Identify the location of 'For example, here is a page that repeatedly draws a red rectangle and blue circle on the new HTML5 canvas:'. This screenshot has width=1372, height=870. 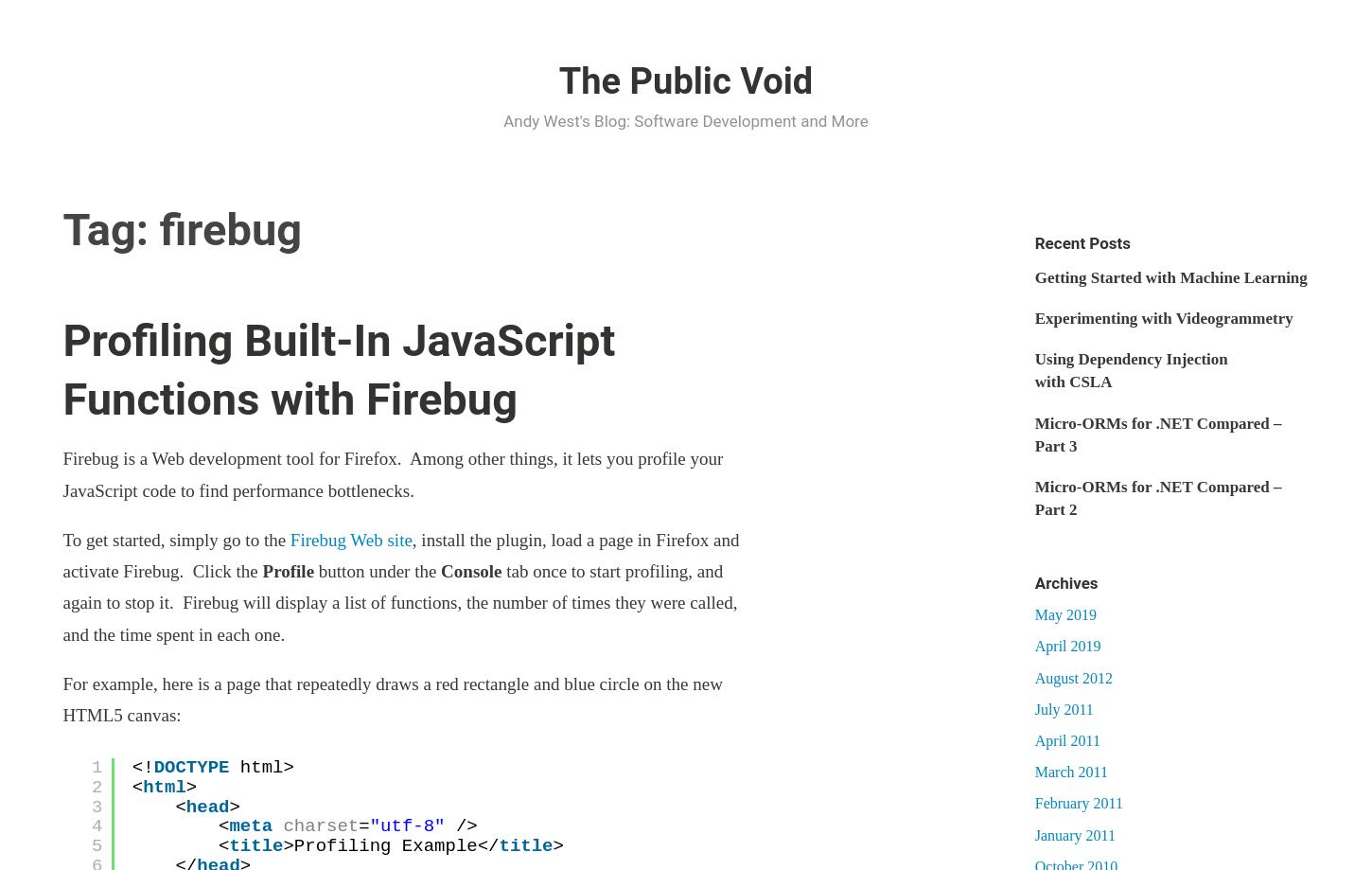
(391, 699).